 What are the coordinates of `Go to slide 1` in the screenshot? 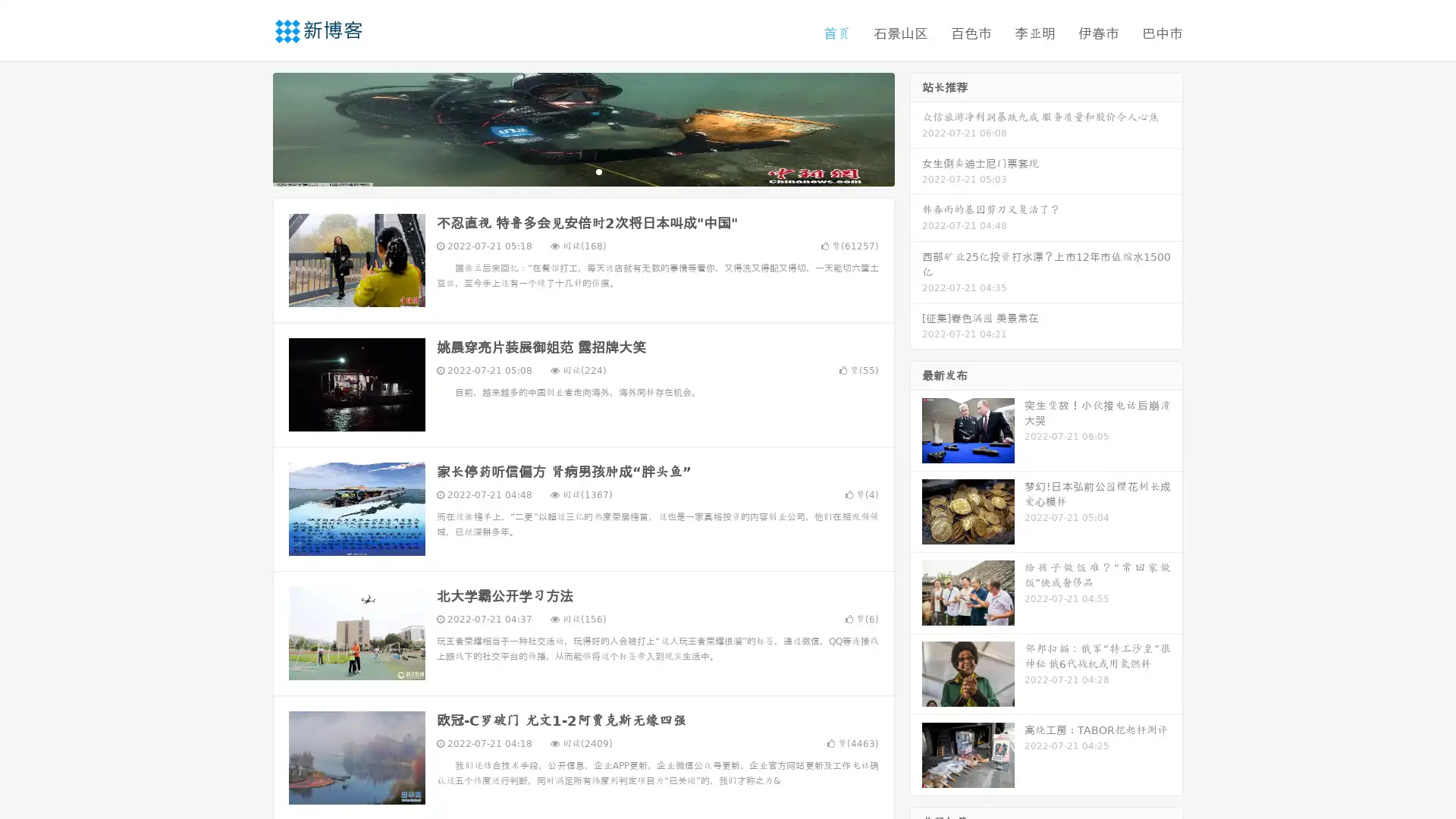 It's located at (567, 171).